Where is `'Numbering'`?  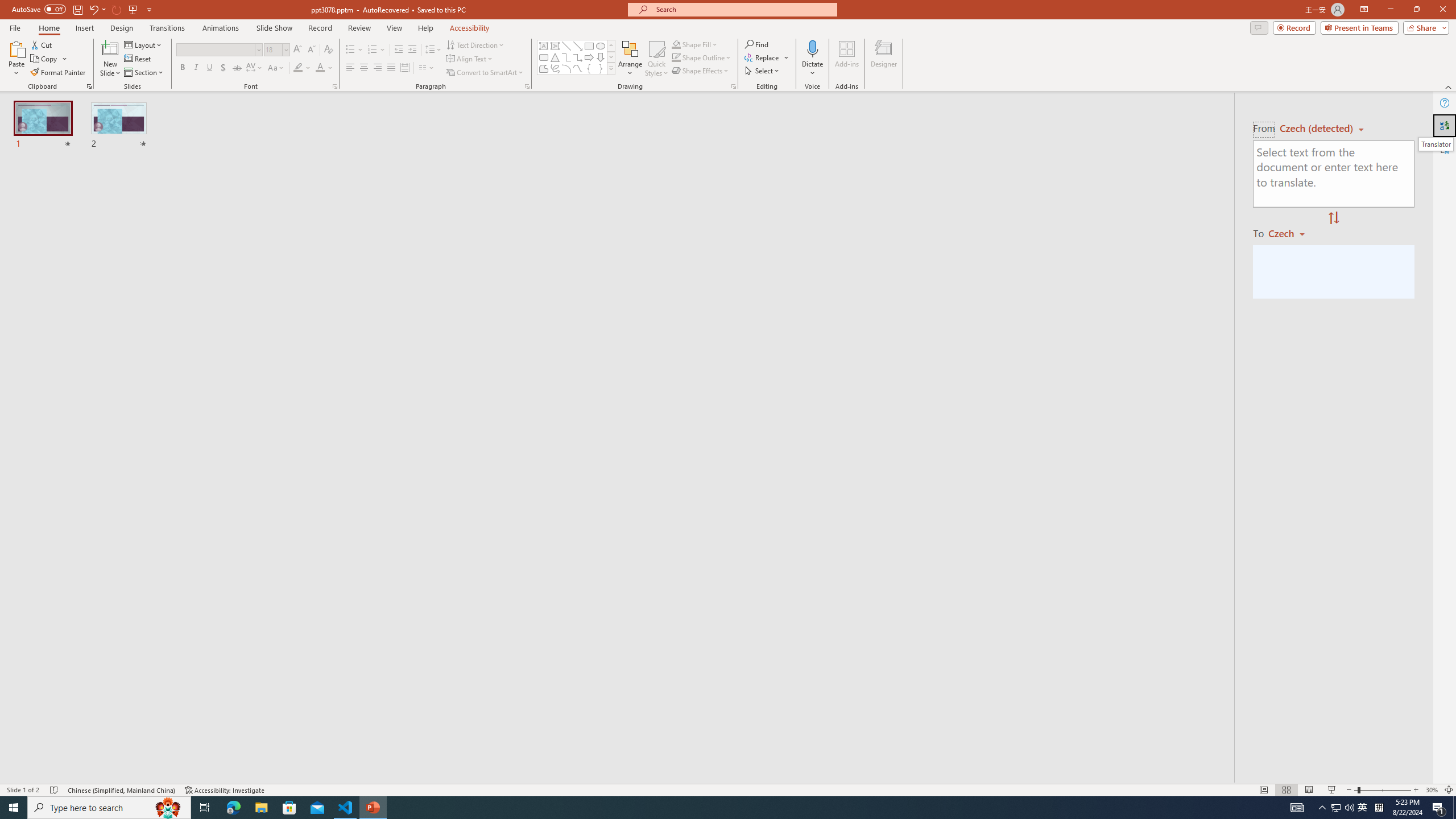
'Numbering' is located at coordinates (373, 49).